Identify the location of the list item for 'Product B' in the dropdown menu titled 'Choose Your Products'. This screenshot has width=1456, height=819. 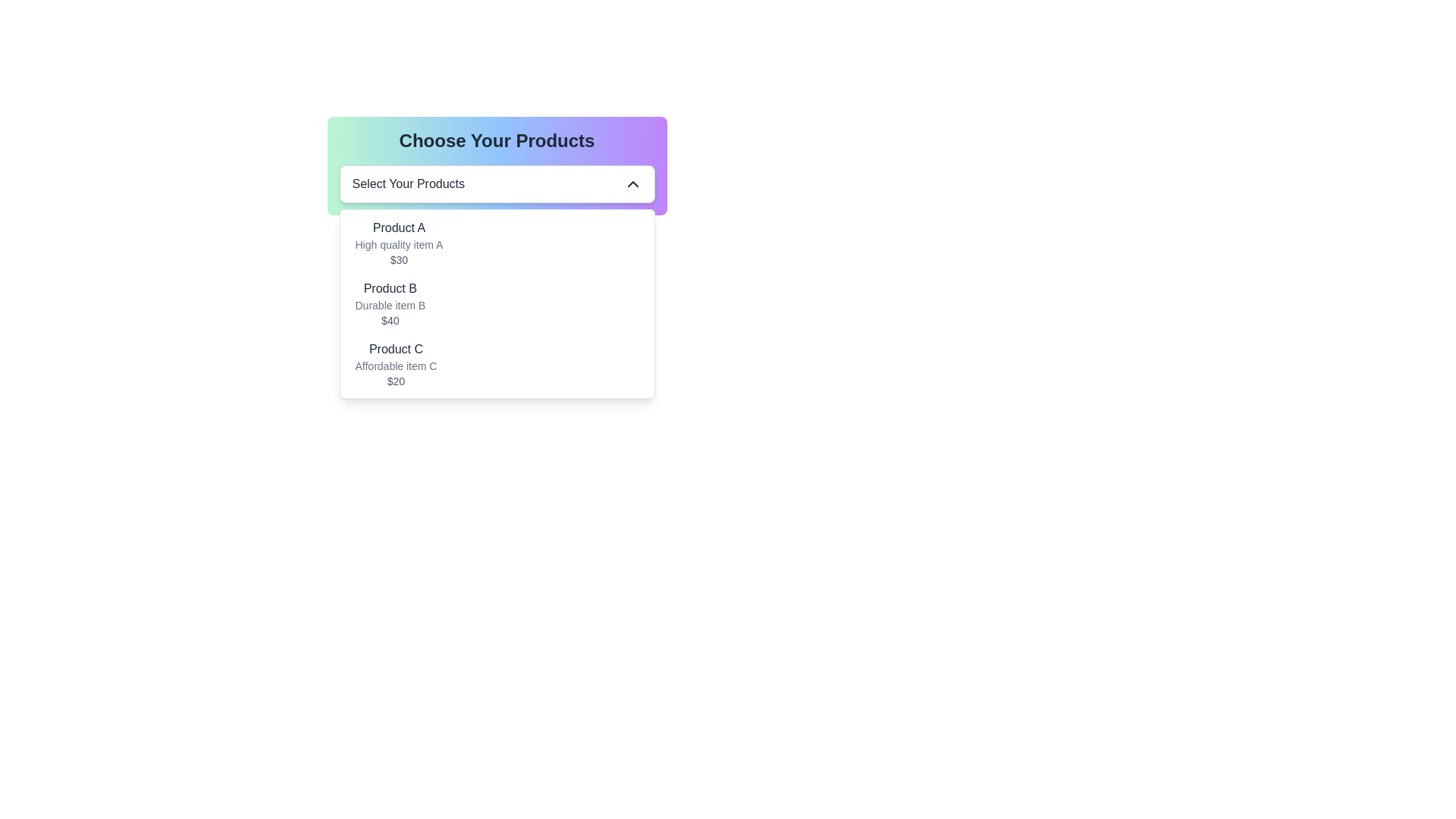
(497, 304).